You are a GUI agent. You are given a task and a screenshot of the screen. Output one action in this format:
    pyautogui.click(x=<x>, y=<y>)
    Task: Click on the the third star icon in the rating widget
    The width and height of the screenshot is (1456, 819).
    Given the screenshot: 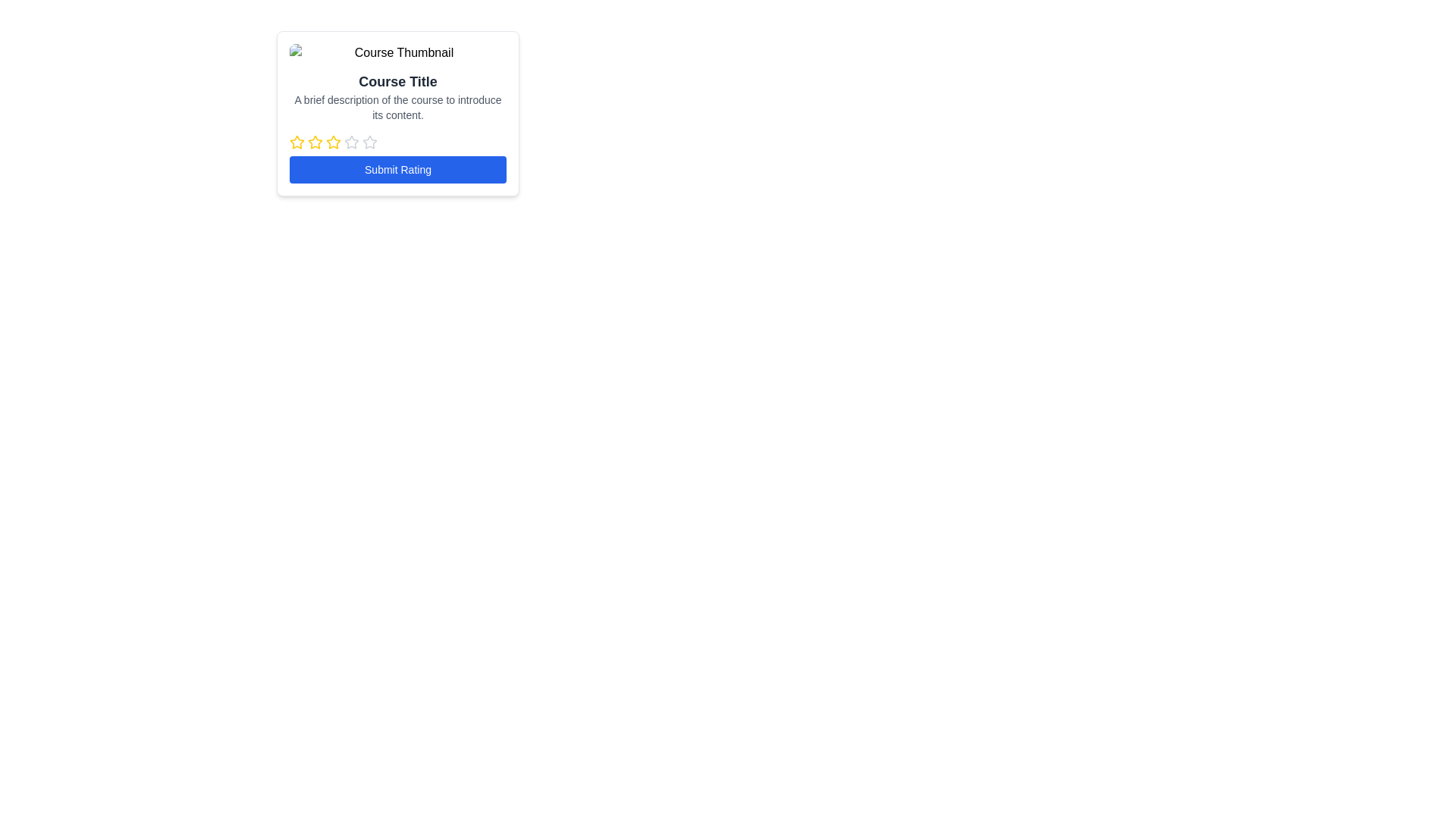 What is the action you would take?
    pyautogui.click(x=333, y=143)
    